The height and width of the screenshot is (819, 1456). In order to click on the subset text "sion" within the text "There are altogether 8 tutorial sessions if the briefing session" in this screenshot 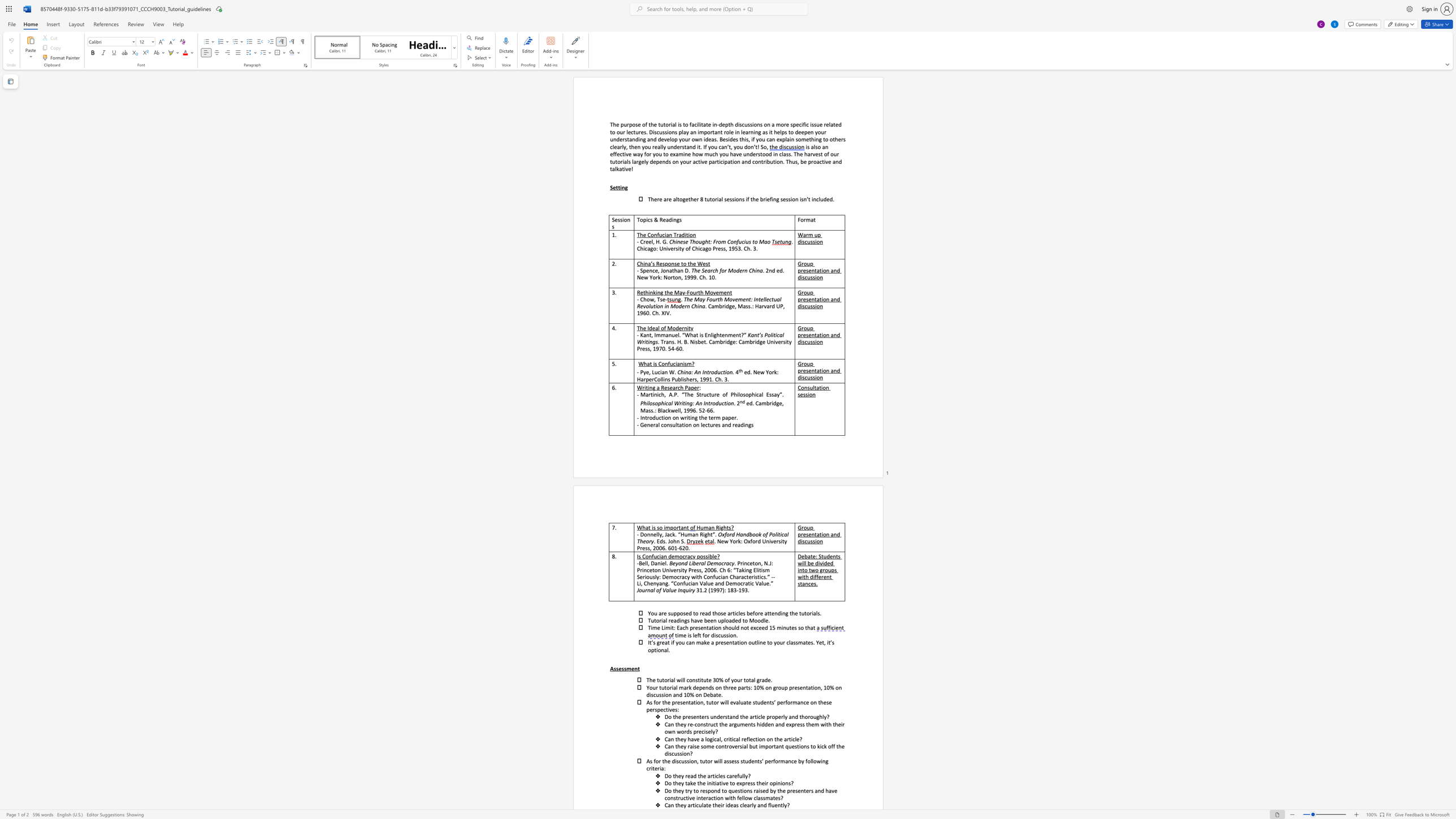, I will do `click(787, 199)`.